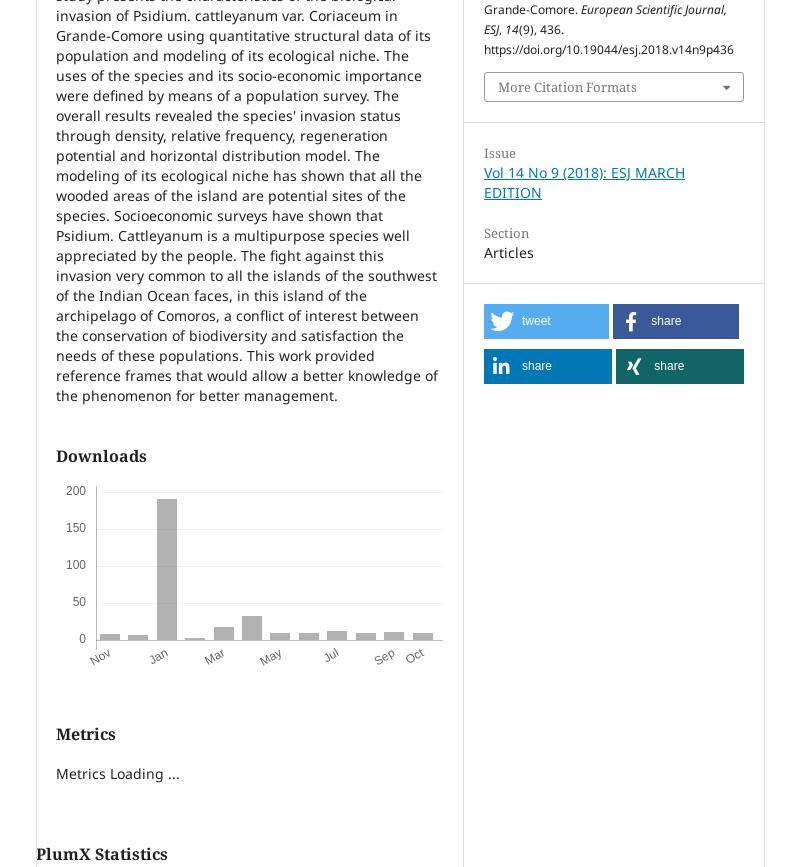  I want to click on 'Section', so click(505, 232).